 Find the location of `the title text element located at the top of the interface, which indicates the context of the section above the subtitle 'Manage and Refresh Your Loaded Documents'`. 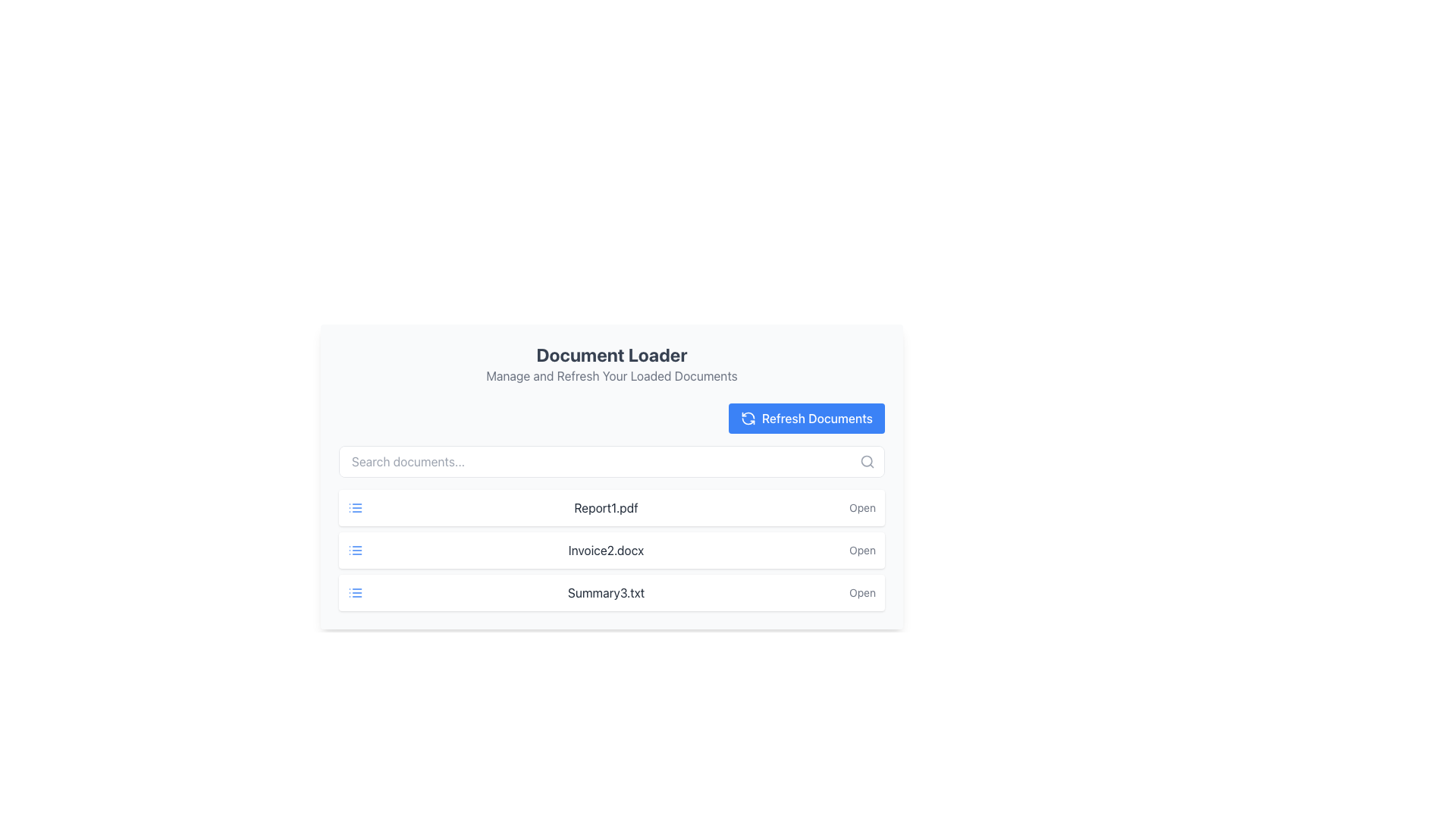

the title text element located at the top of the interface, which indicates the context of the section above the subtitle 'Manage and Refresh Your Loaded Documents' is located at coordinates (611, 354).